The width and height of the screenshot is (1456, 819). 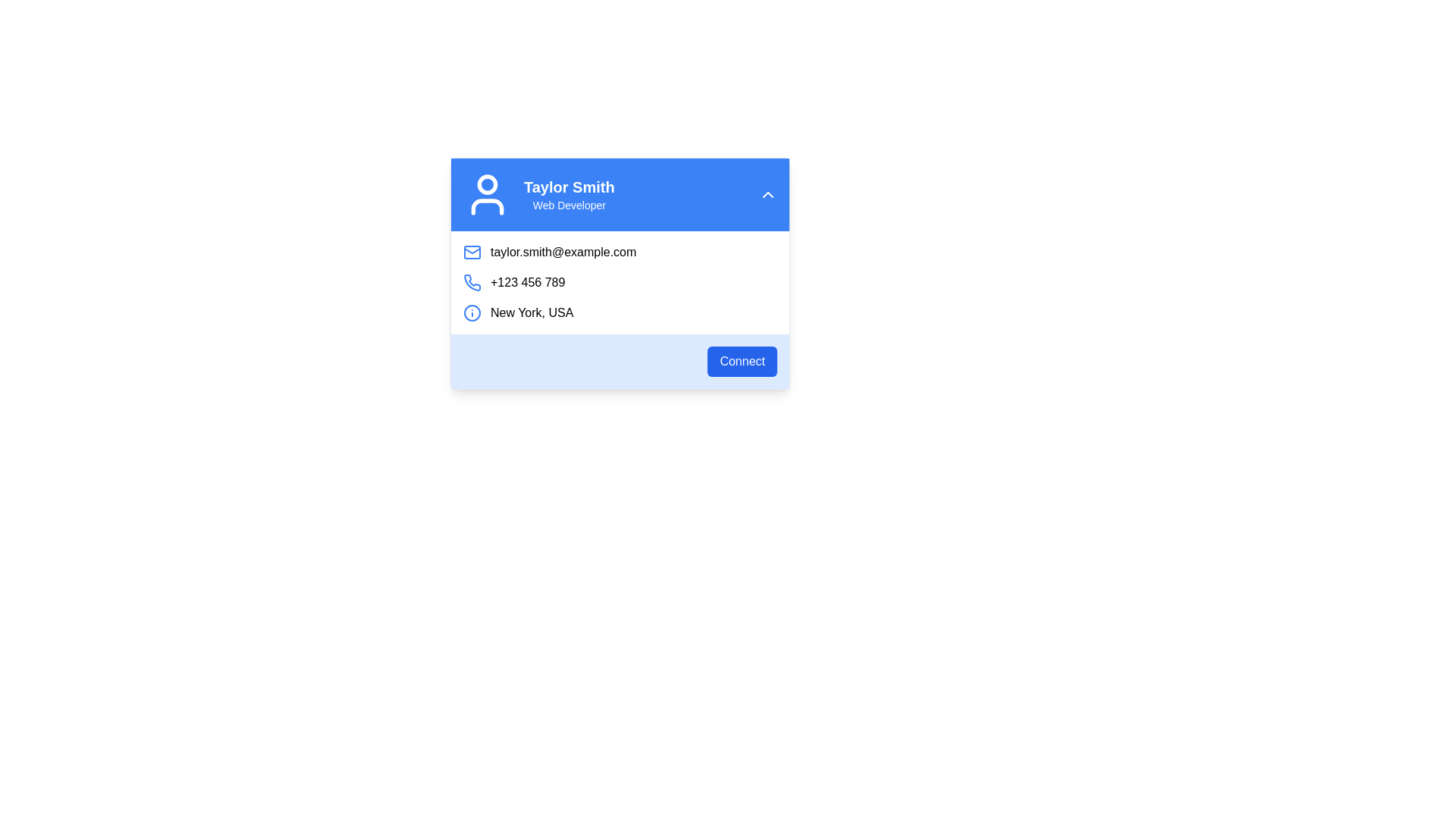 I want to click on the user silhouette icon displayed in white on a blue square background, located in the top-left corner of the card containing contact information for 'Taylor Smith', a Web Developer, so click(x=488, y=194).